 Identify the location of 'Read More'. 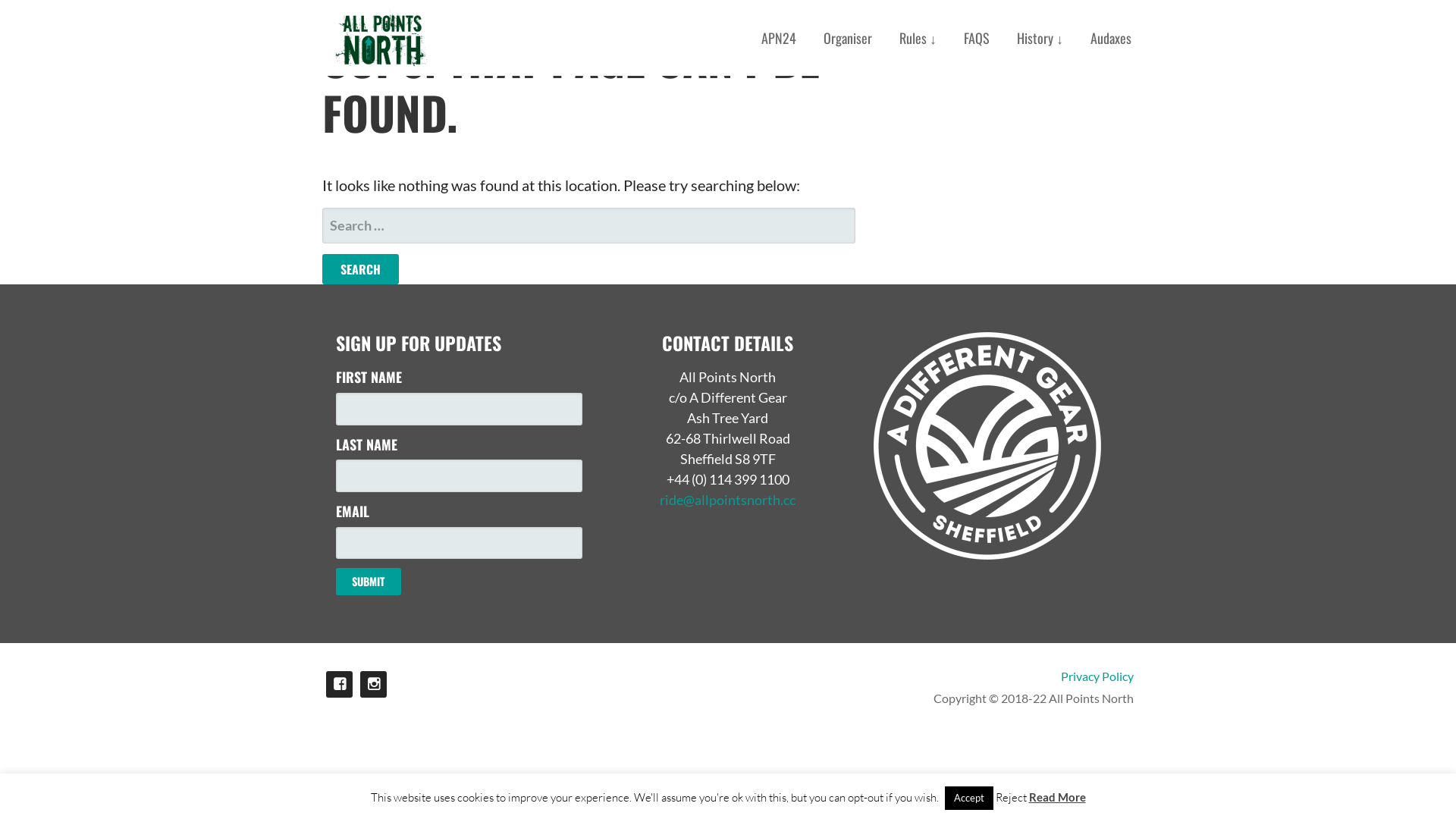
(1056, 795).